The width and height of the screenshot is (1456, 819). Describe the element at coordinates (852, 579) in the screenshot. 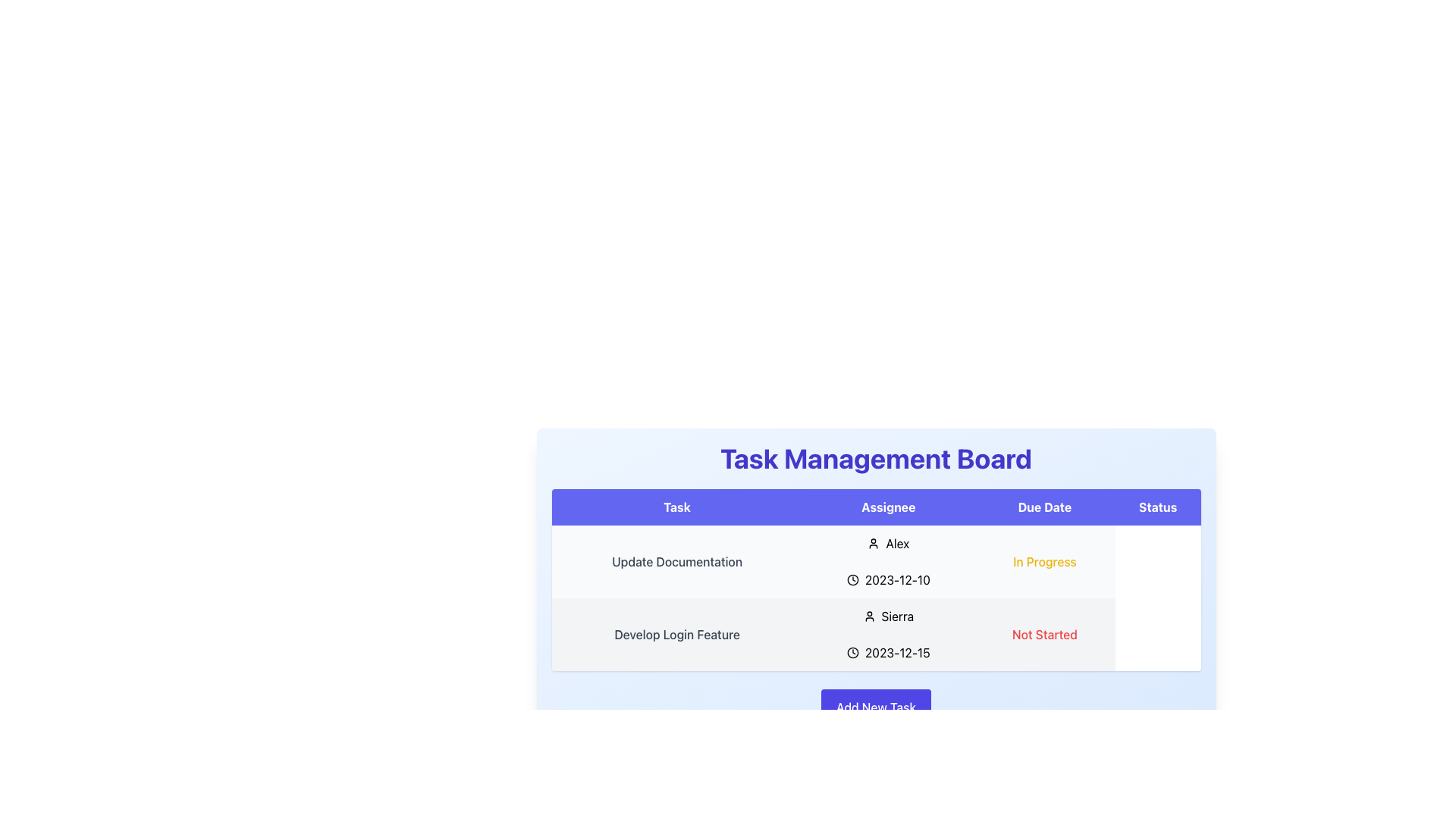

I see `the central circular shape within the clock icon located in the 'Due Date' column next to the text '2023-12-15'` at that location.